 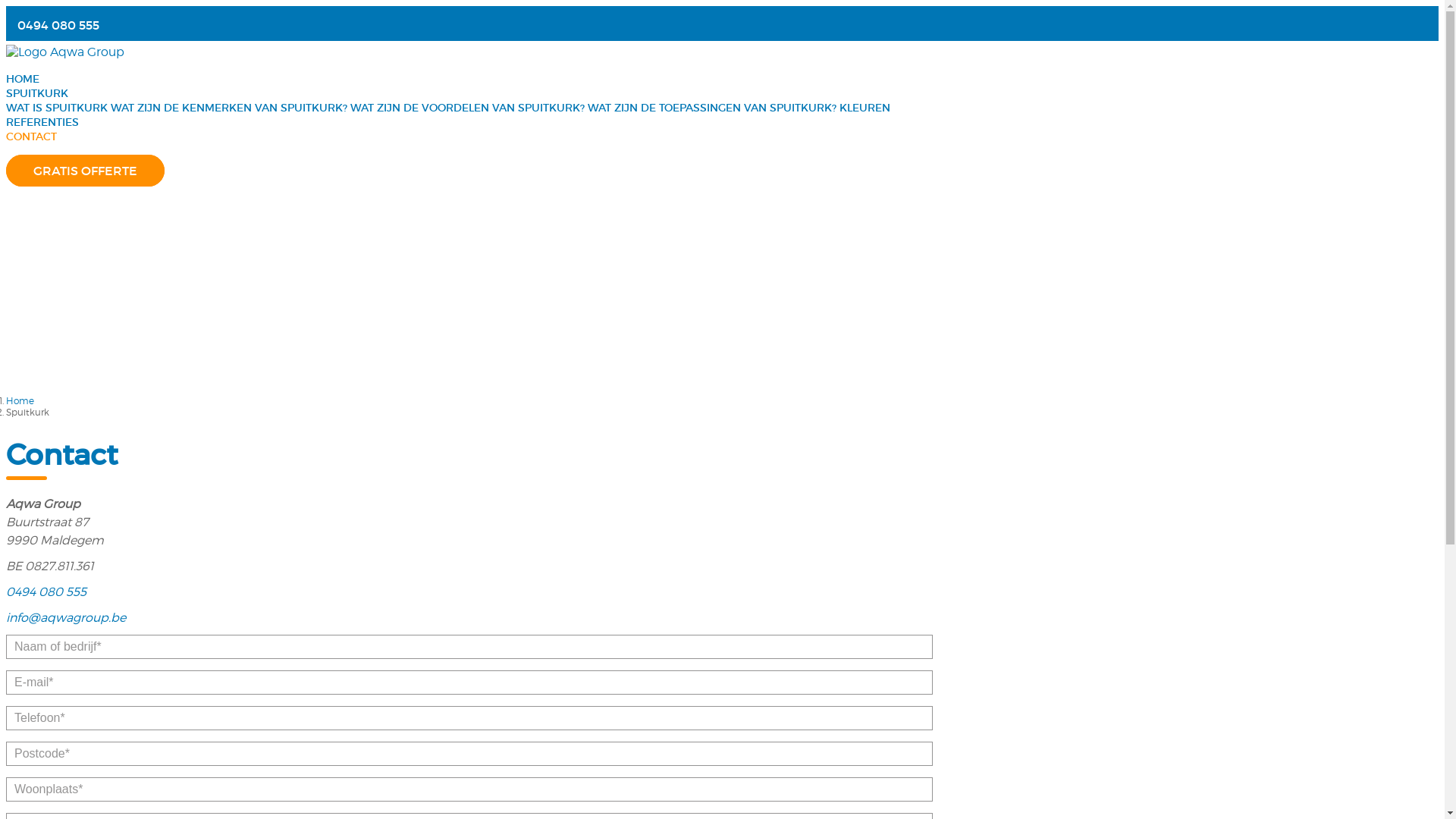 What do you see at coordinates (20, 400) in the screenshot?
I see `'Home'` at bounding box center [20, 400].